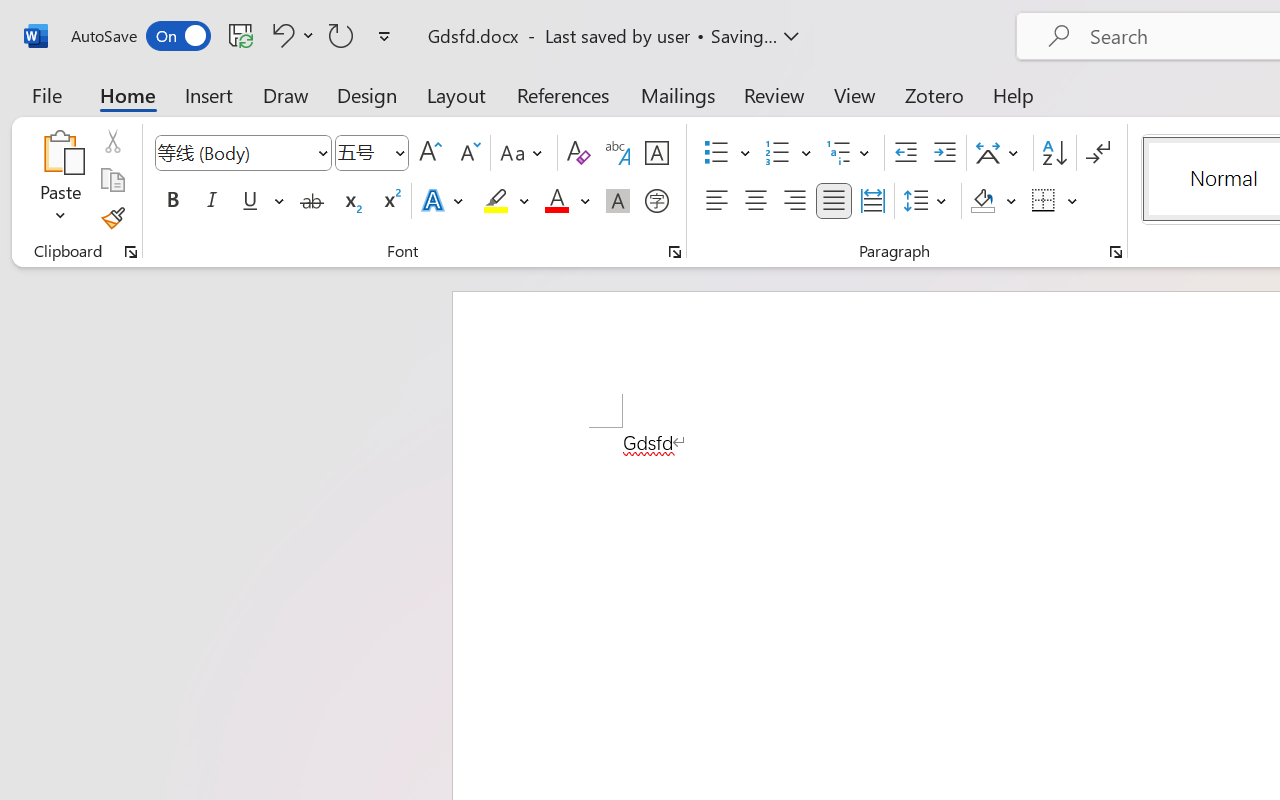  I want to click on 'Repeat Clear Formatting', so click(341, 34).